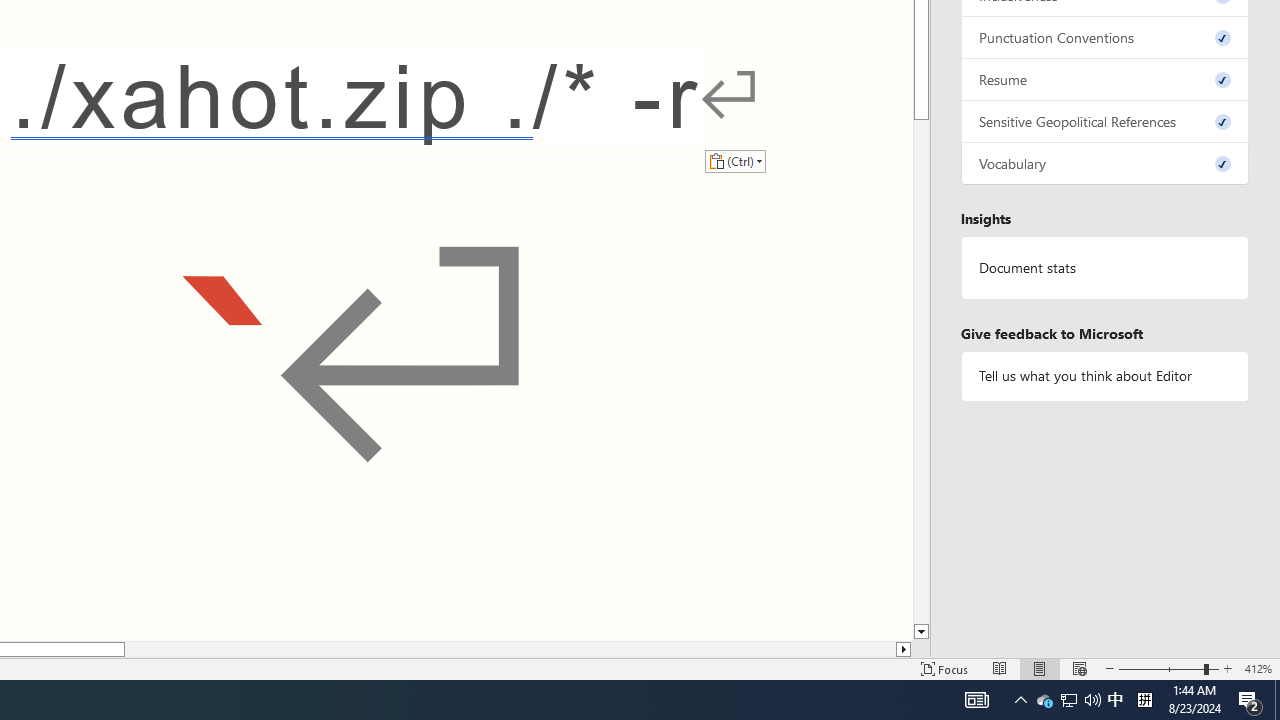 Image resolution: width=1280 pixels, height=720 pixels. Describe the element at coordinates (1104, 266) in the screenshot. I see `'Document statistics'` at that location.